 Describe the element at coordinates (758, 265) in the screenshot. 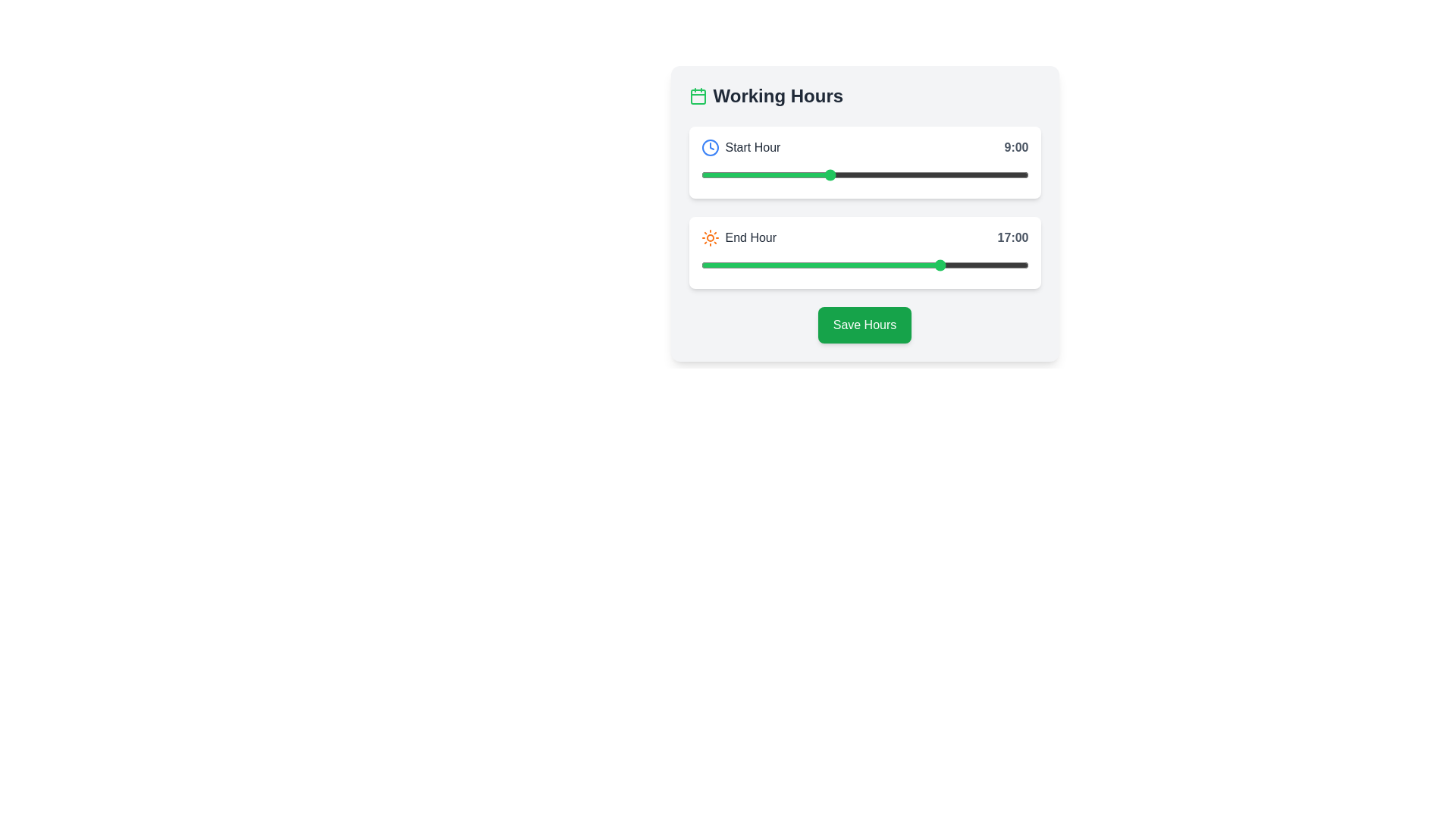

I see `the end hour` at that location.